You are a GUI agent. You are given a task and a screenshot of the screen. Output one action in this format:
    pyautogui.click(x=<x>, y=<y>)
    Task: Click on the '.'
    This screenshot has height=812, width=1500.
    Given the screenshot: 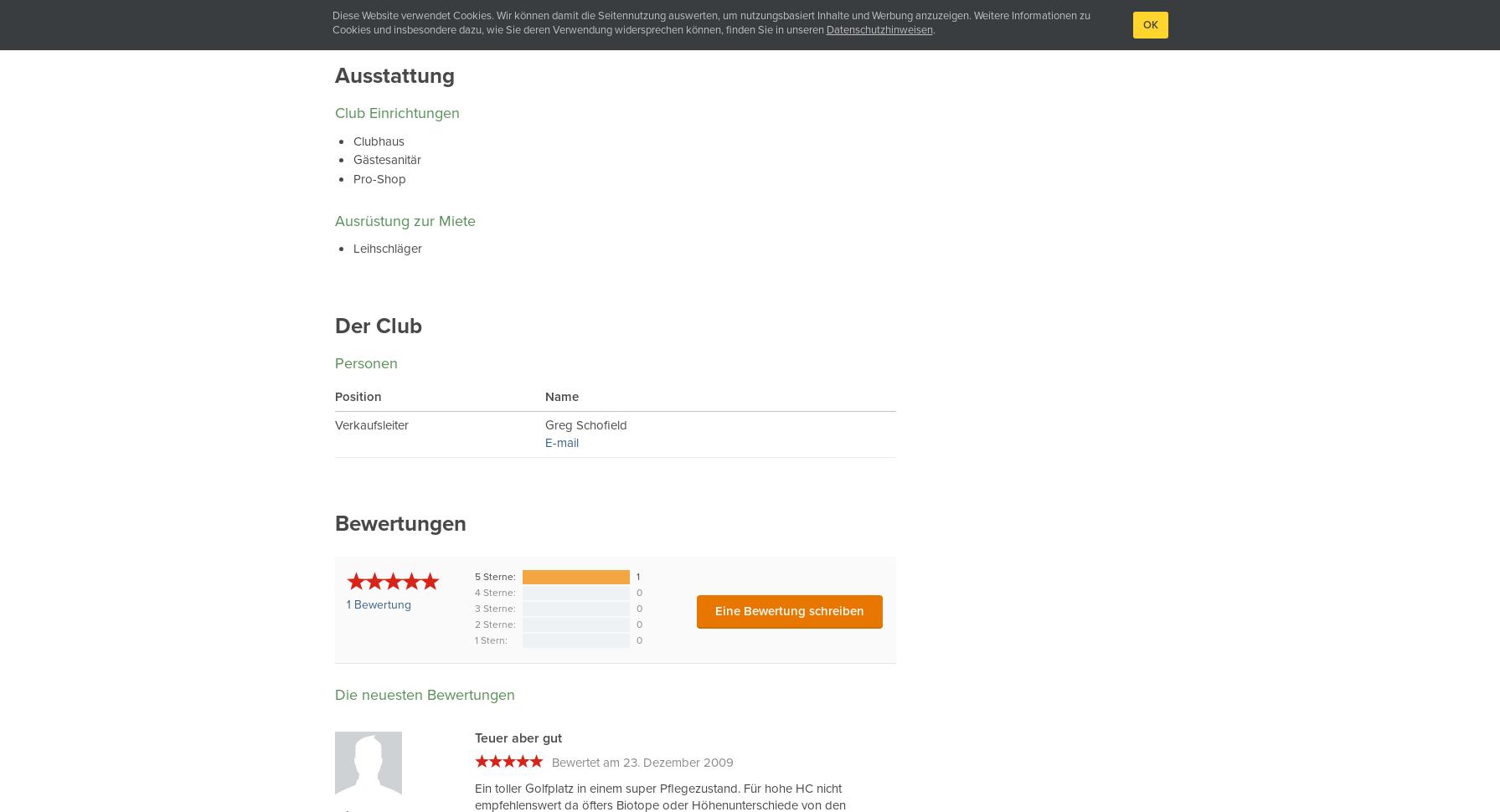 What is the action you would take?
    pyautogui.click(x=932, y=29)
    